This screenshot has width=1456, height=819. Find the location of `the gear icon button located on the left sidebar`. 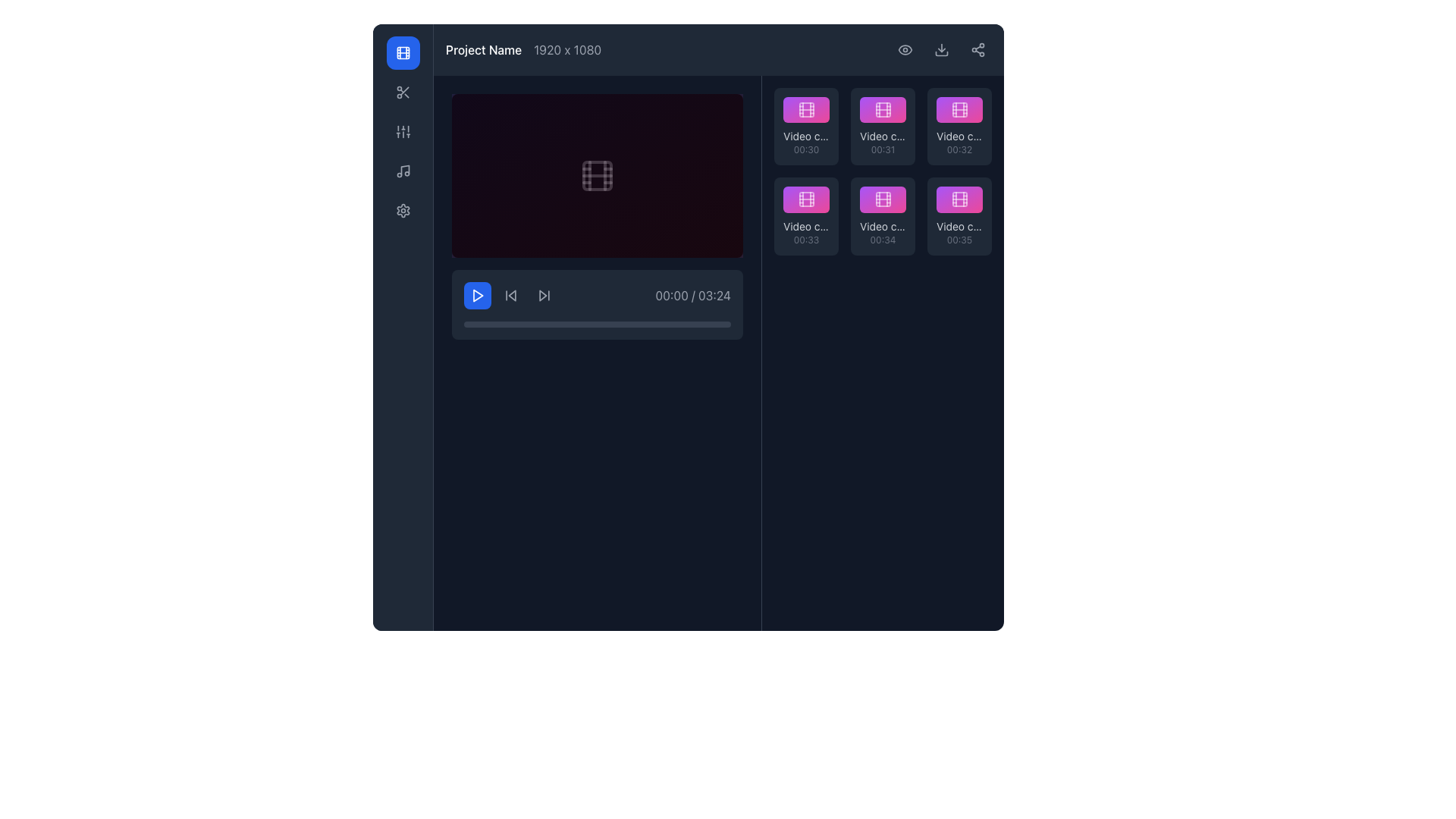

the gear icon button located on the left sidebar is located at coordinates (403, 210).